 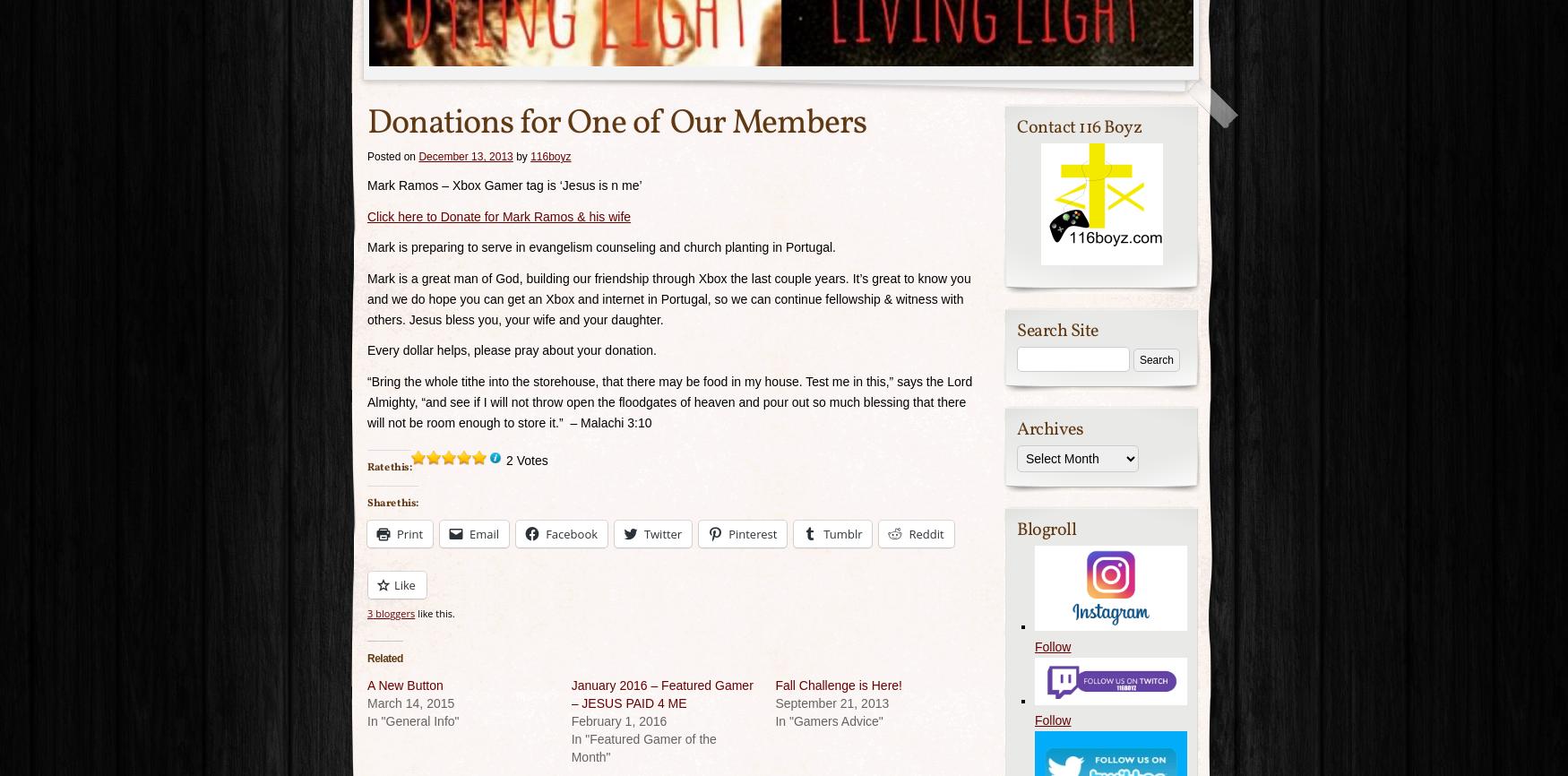 I want to click on 'Contact 116 Boyz', so click(x=1079, y=127).